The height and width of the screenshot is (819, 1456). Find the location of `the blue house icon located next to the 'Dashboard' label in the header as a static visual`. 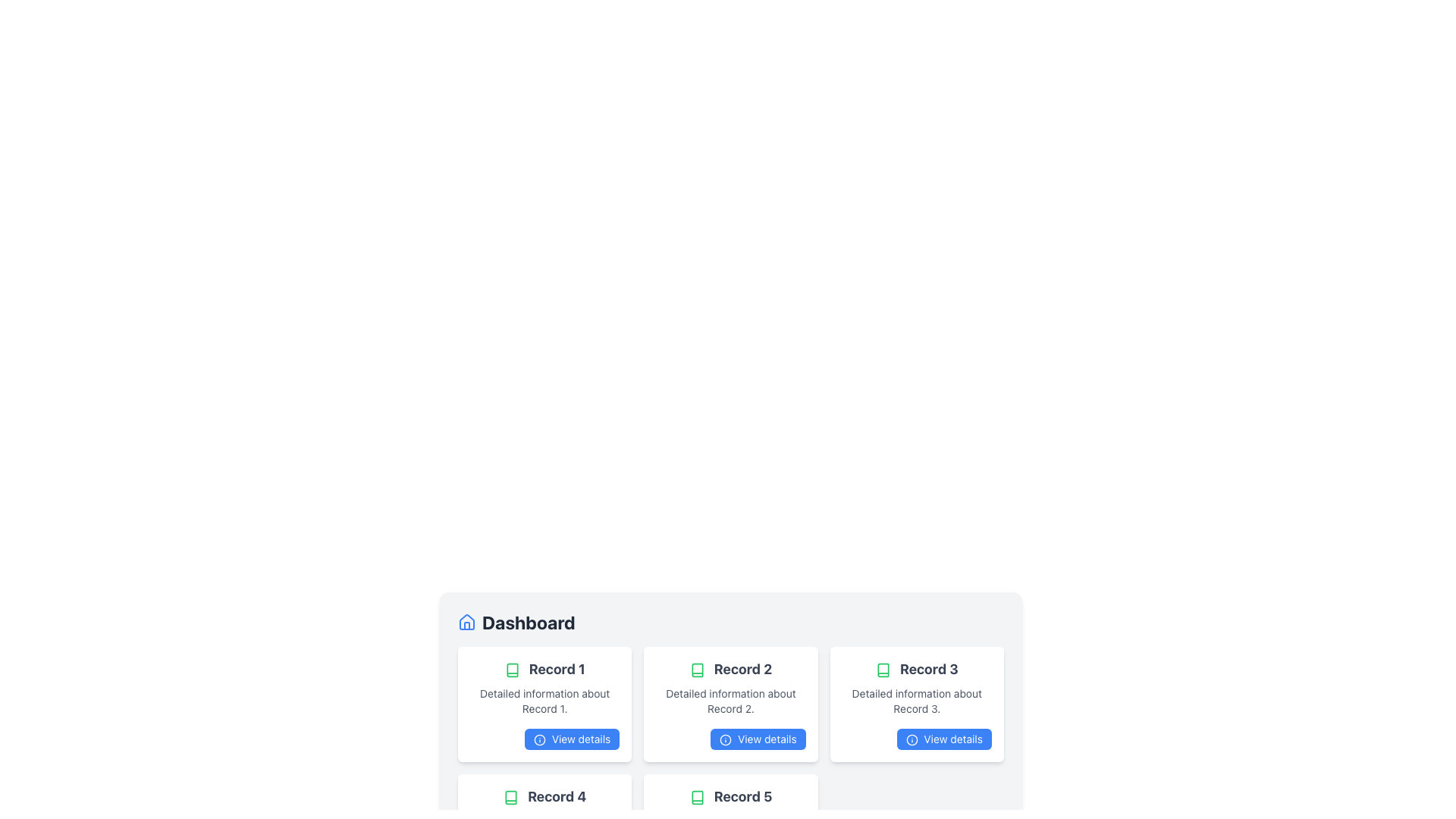

the blue house icon located next to the 'Dashboard' label in the header as a static visual is located at coordinates (466, 623).